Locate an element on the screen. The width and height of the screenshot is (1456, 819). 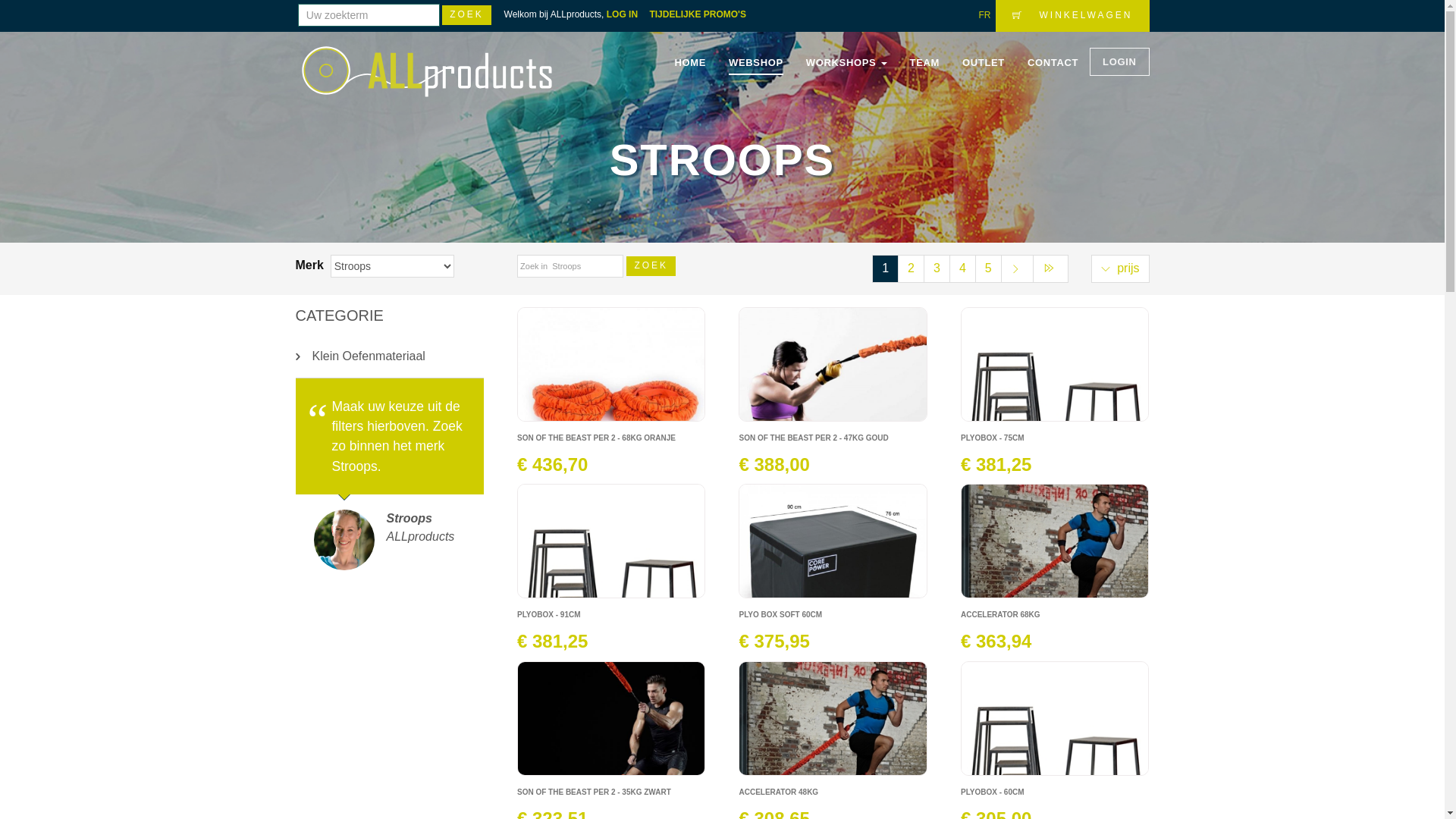
'Zoek' is located at coordinates (466, 14).